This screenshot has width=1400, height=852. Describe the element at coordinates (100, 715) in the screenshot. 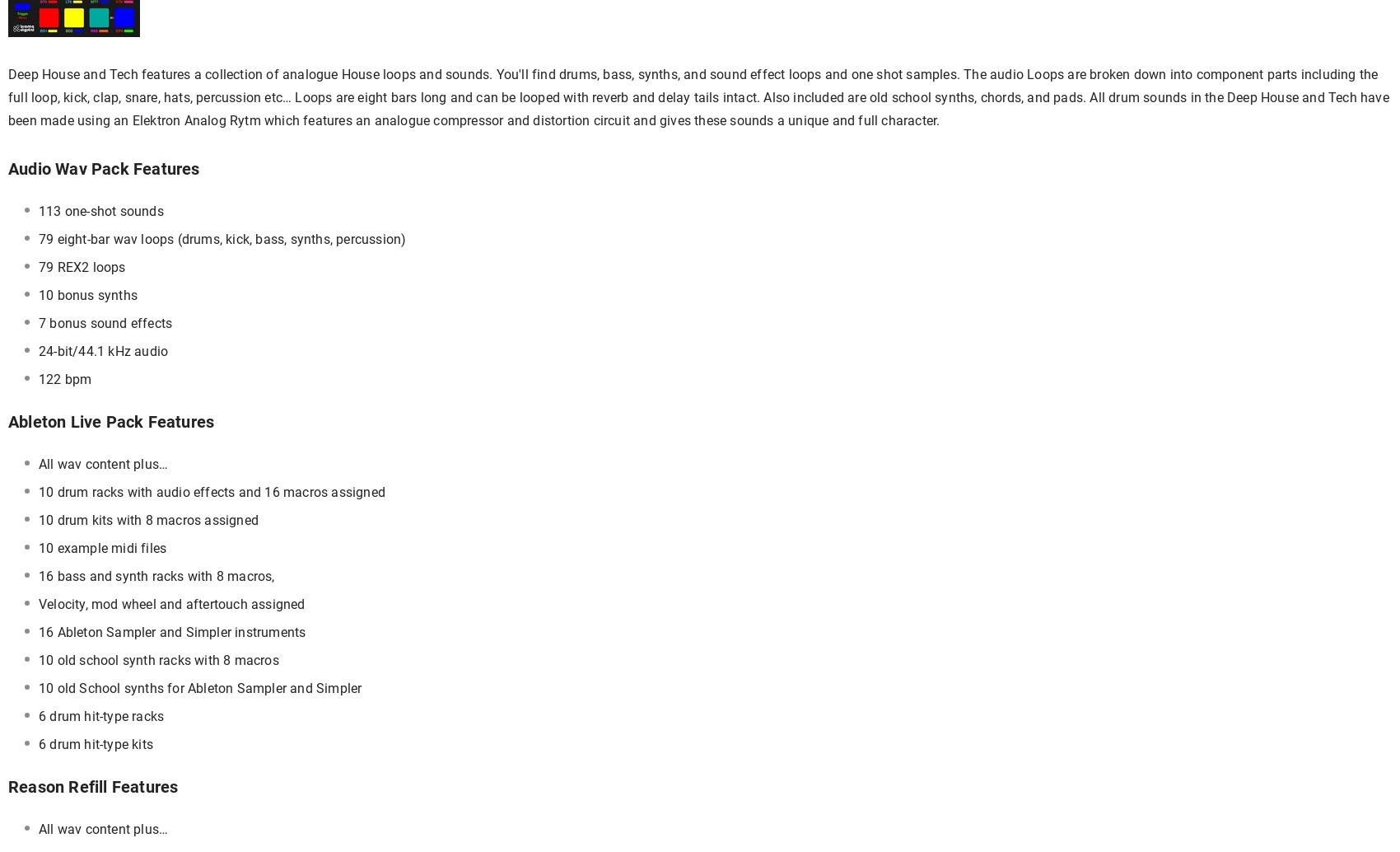

I see `'6 drum hit-type racks'` at that location.